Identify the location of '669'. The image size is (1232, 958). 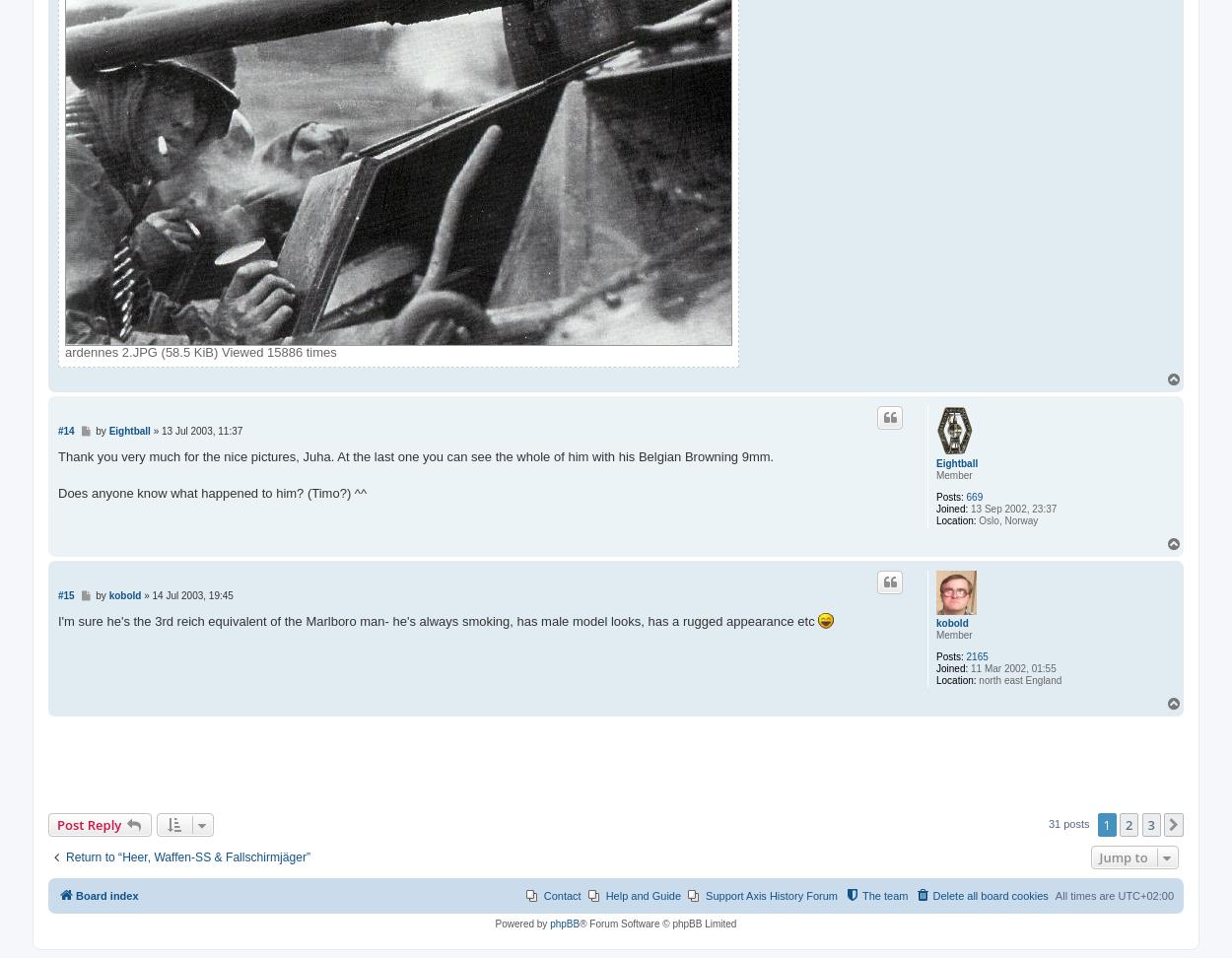
(973, 497).